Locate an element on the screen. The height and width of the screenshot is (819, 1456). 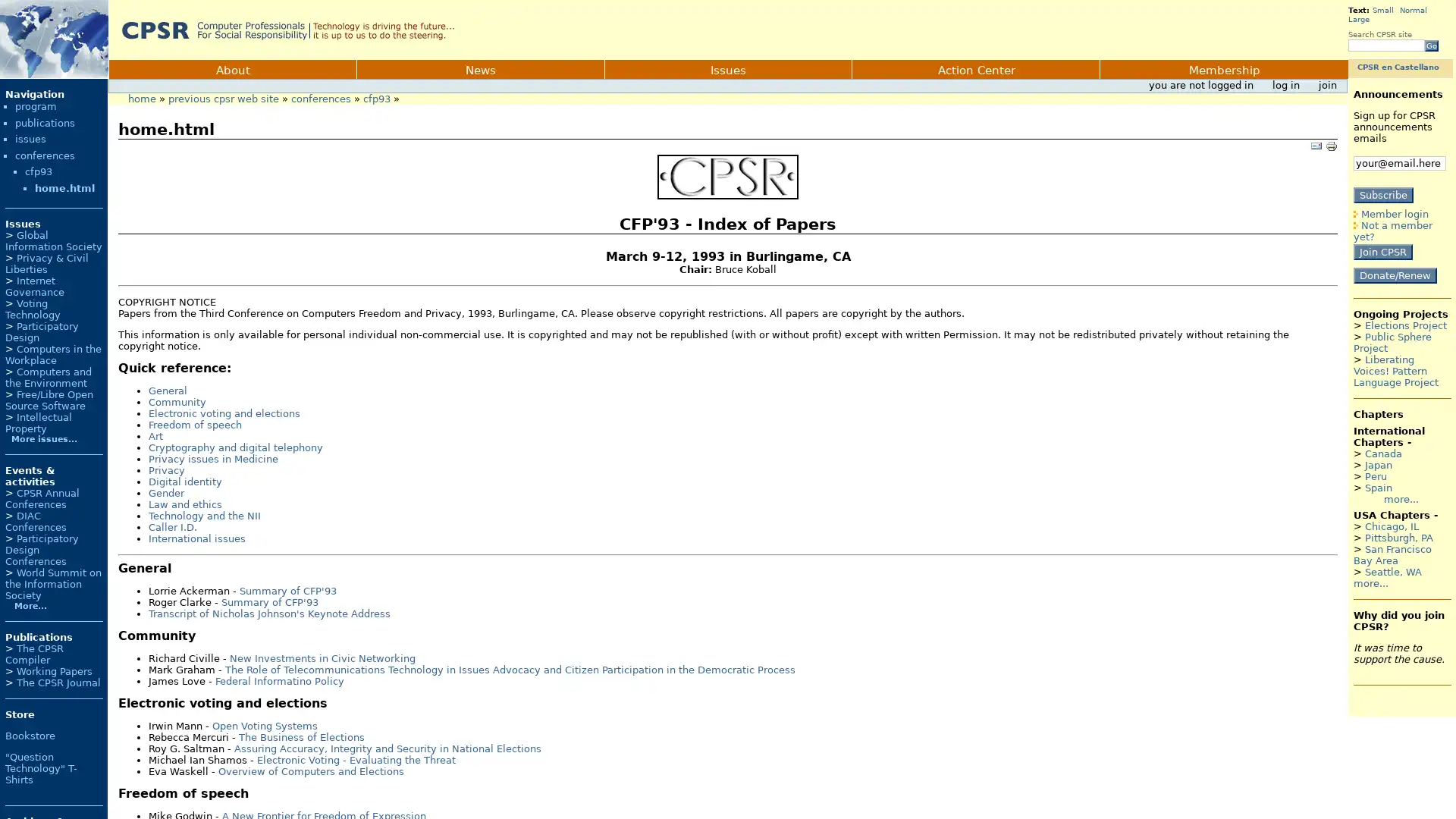
Subscribe is located at coordinates (1382, 193).